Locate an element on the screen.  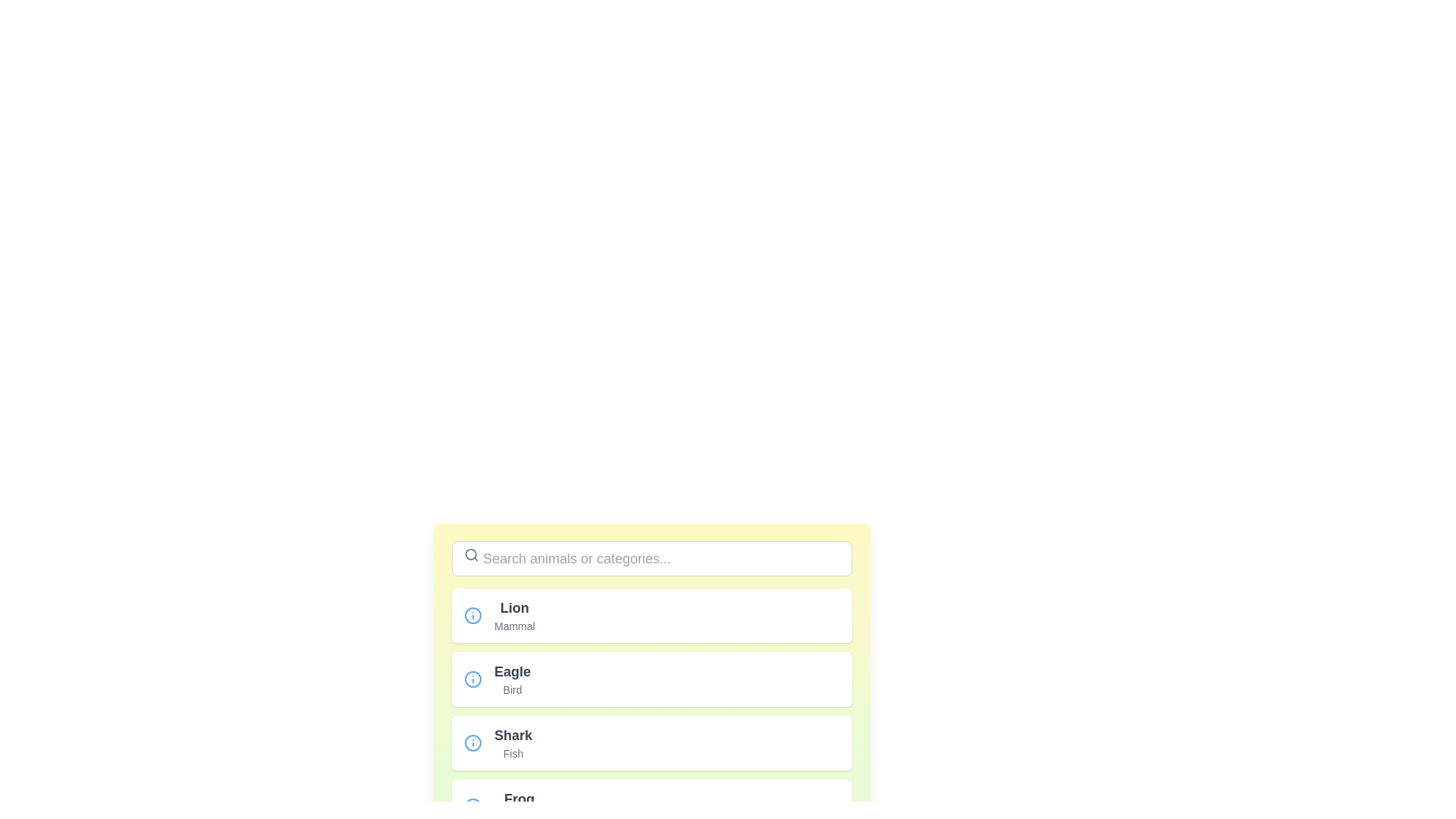
text label displaying 'Bird' which is styled in a small, gray font and located below the word 'Eagle' in the second item of a vertical list is located at coordinates (513, 690).